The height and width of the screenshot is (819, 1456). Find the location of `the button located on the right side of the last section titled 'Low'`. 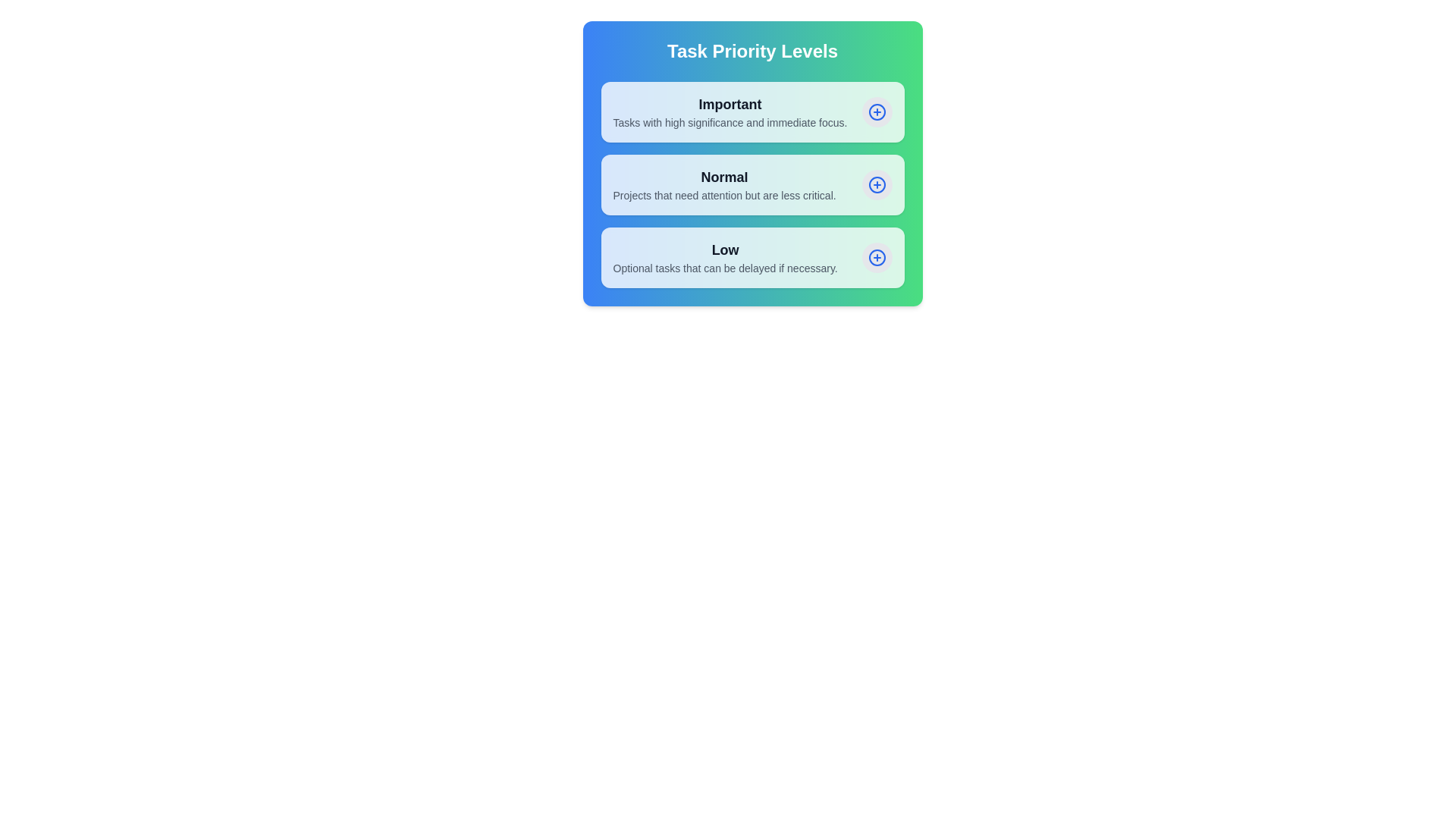

the button located on the right side of the last section titled 'Low' is located at coordinates (877, 256).